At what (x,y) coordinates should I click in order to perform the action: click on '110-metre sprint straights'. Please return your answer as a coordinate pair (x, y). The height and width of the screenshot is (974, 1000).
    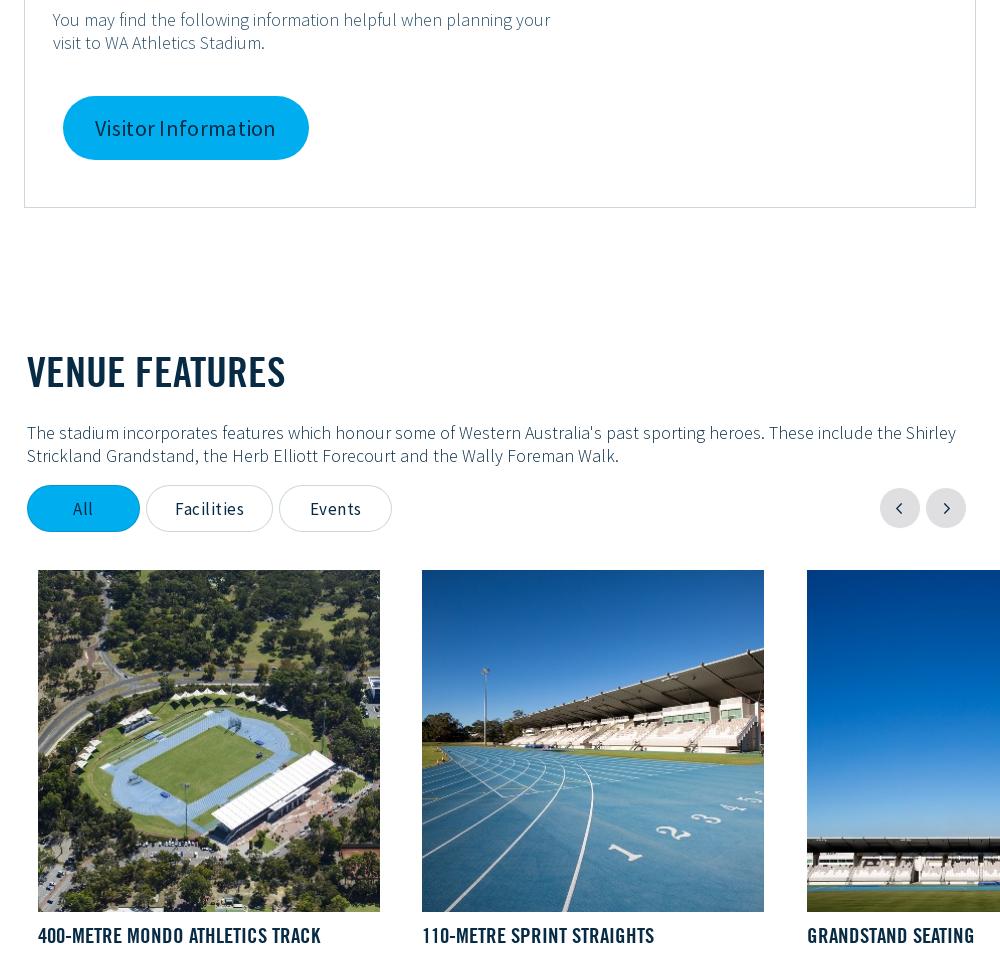
    Looking at the image, I should click on (538, 934).